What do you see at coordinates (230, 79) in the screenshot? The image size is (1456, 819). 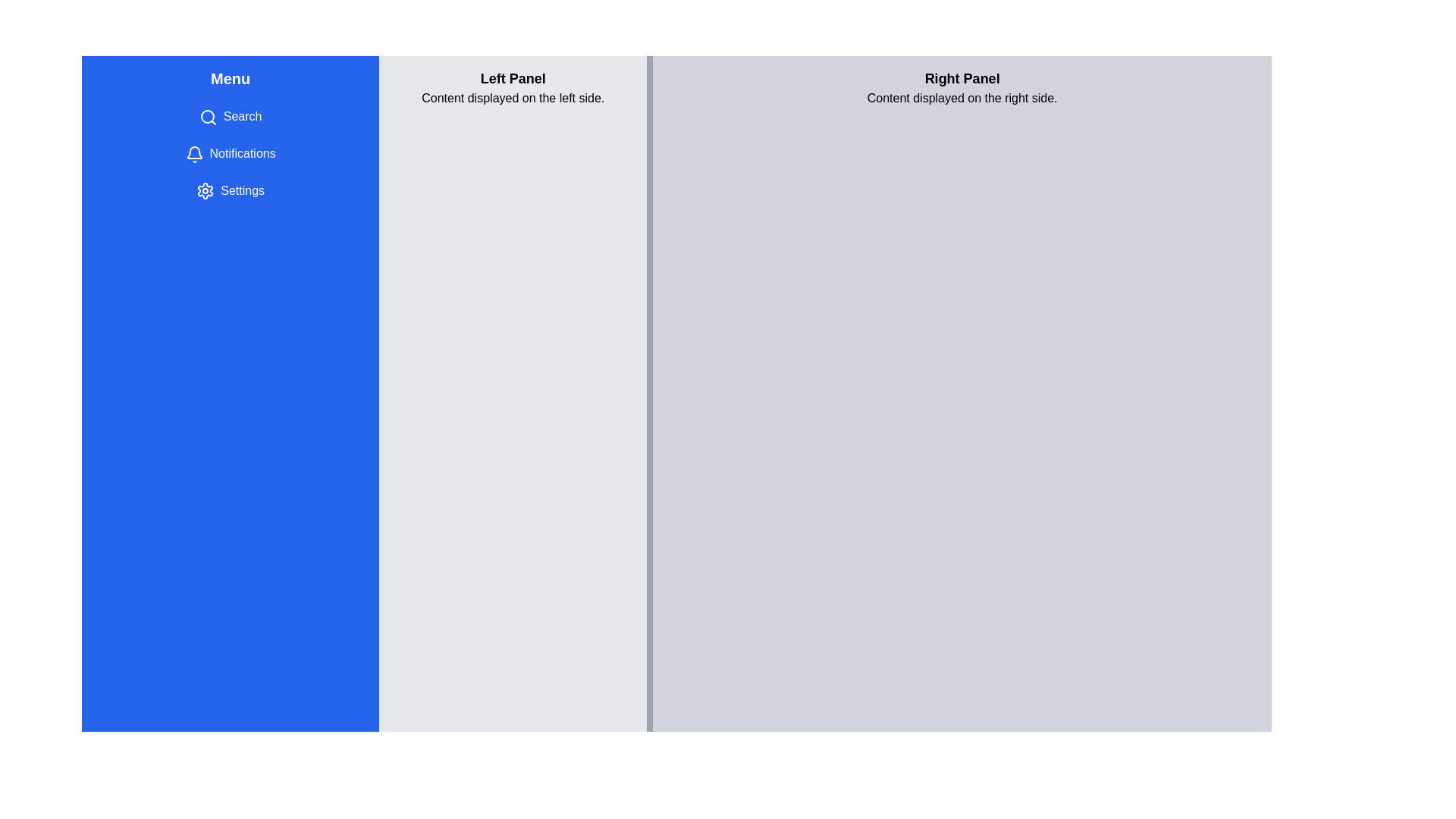 I see `the 'Menu' header located at the top of the blue vertical sidebar, which is visually distinct with bold, white, large font` at bounding box center [230, 79].